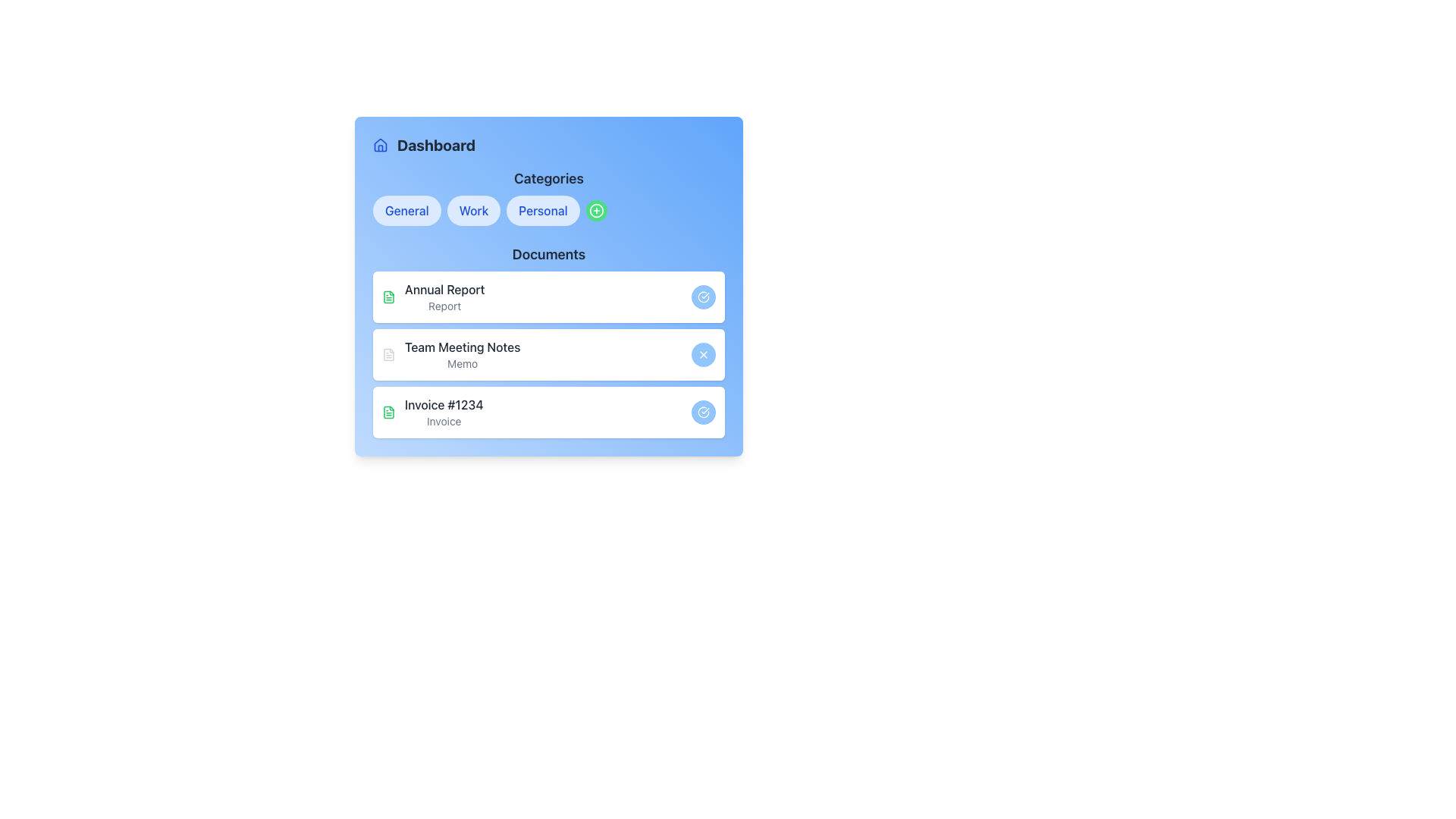 The image size is (1456, 819). I want to click on the Text Label that categorizes the entry 'Invoice #1234', located within the card layout directly beneath the primary heading 'Invoice #1234', so click(443, 421).